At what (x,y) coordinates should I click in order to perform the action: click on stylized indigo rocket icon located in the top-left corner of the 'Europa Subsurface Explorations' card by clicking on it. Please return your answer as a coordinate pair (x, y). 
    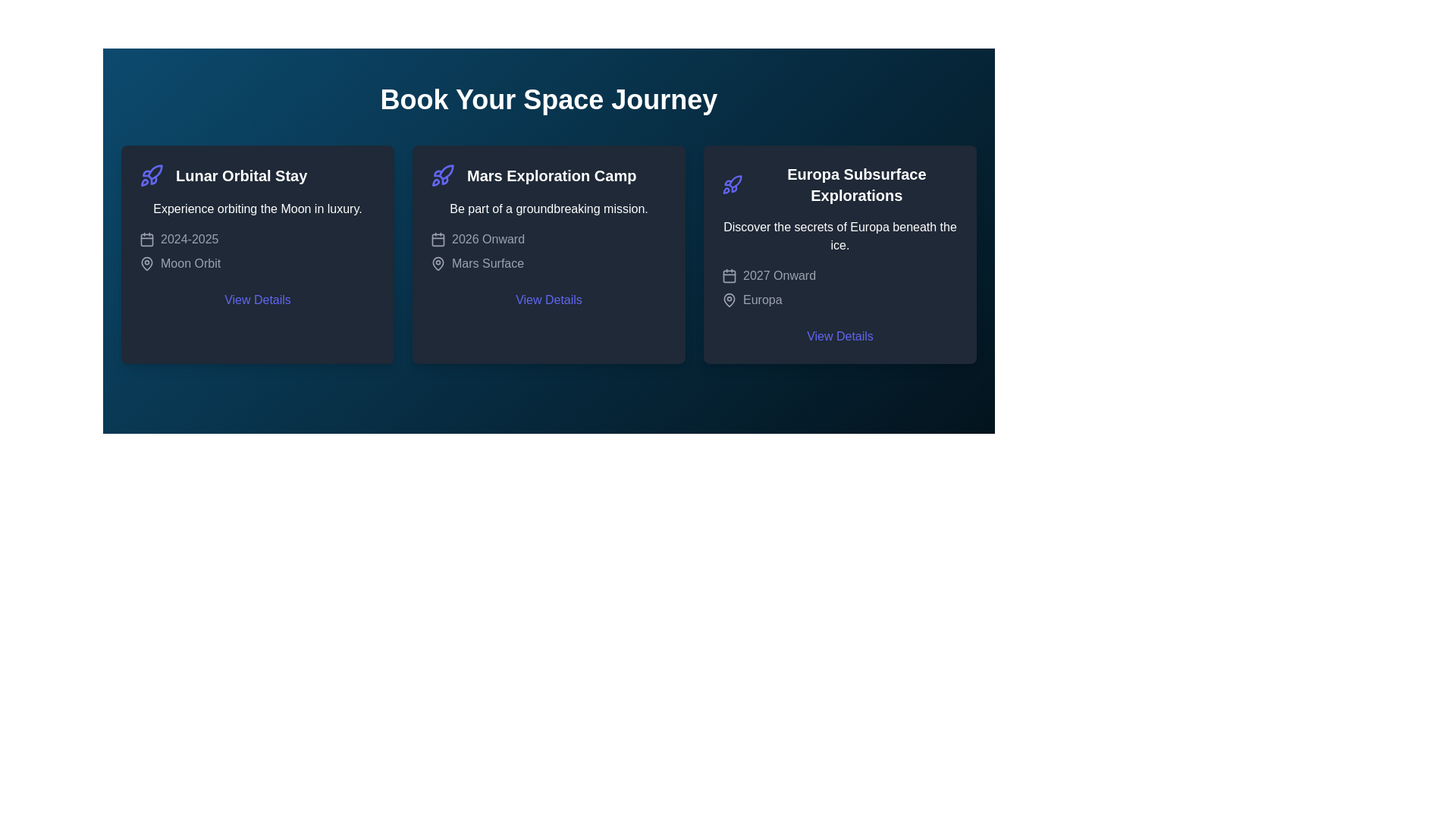
    Looking at the image, I should click on (732, 184).